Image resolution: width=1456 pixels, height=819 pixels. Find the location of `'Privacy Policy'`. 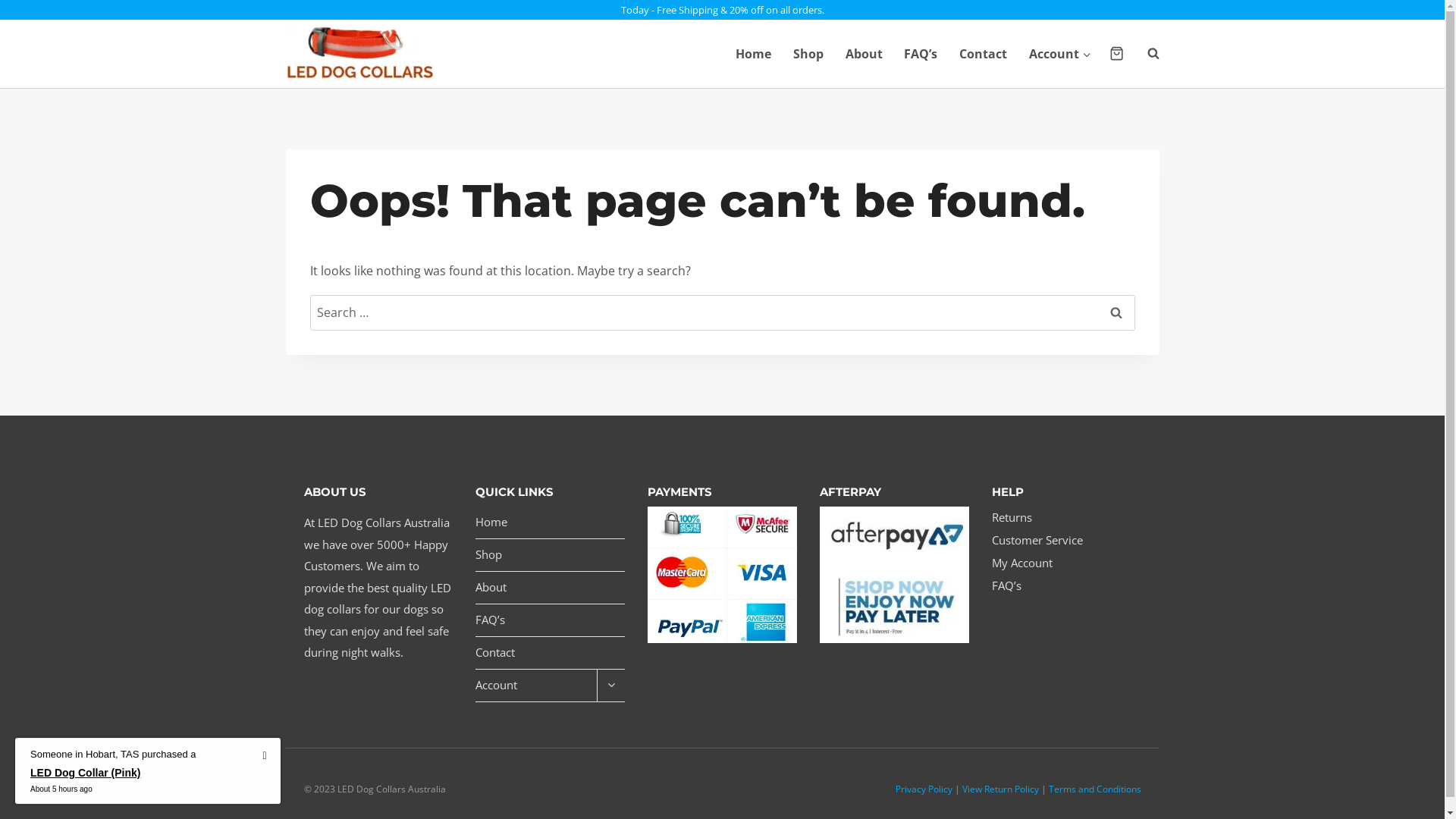

'Privacy Policy' is located at coordinates (922, 788).